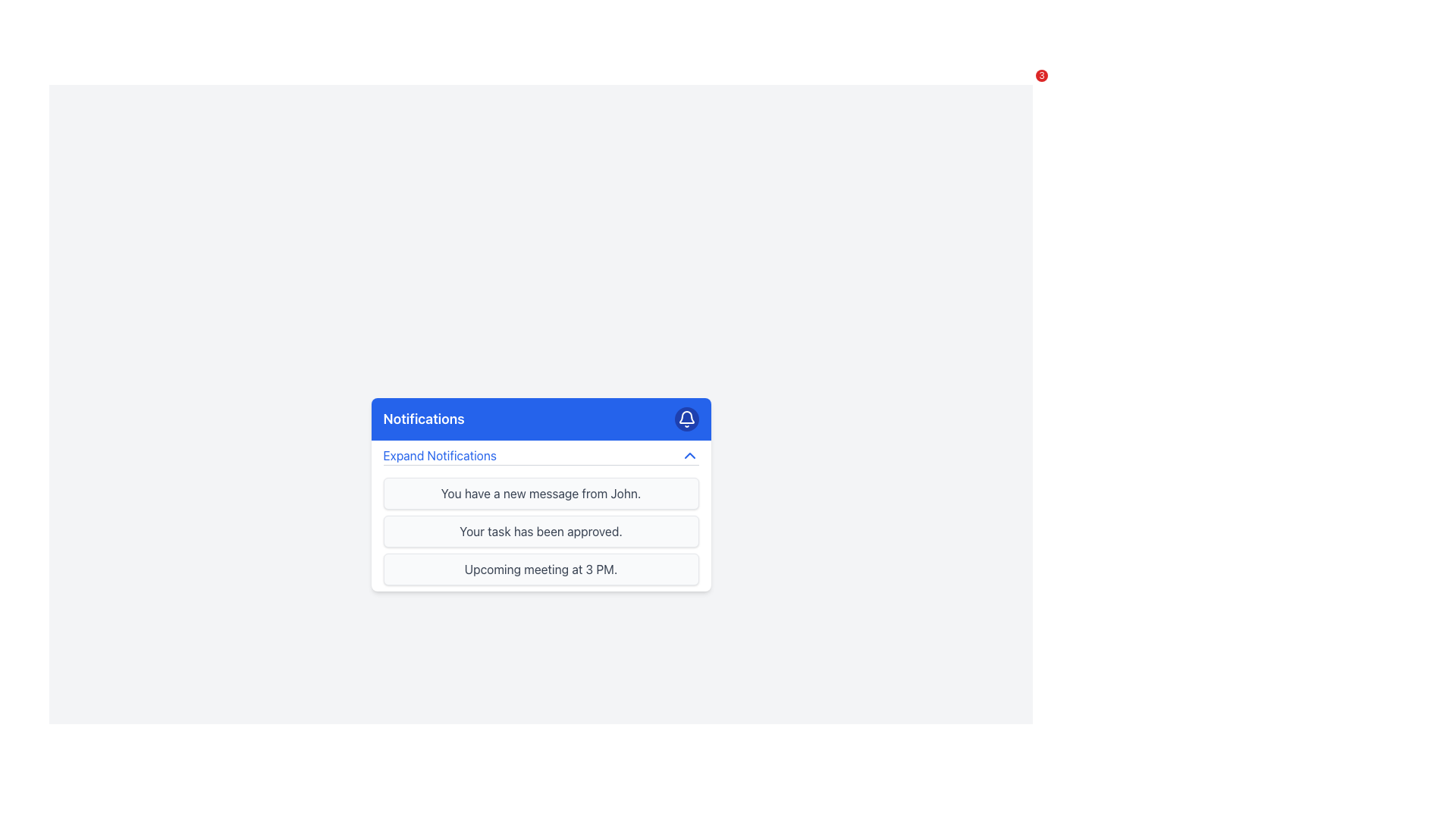 Image resolution: width=1456 pixels, height=819 pixels. Describe the element at coordinates (541, 530) in the screenshot. I see `the Text Notification Box that displays a message indicating a task has been approved, which is the second item in the list of notifications` at that location.